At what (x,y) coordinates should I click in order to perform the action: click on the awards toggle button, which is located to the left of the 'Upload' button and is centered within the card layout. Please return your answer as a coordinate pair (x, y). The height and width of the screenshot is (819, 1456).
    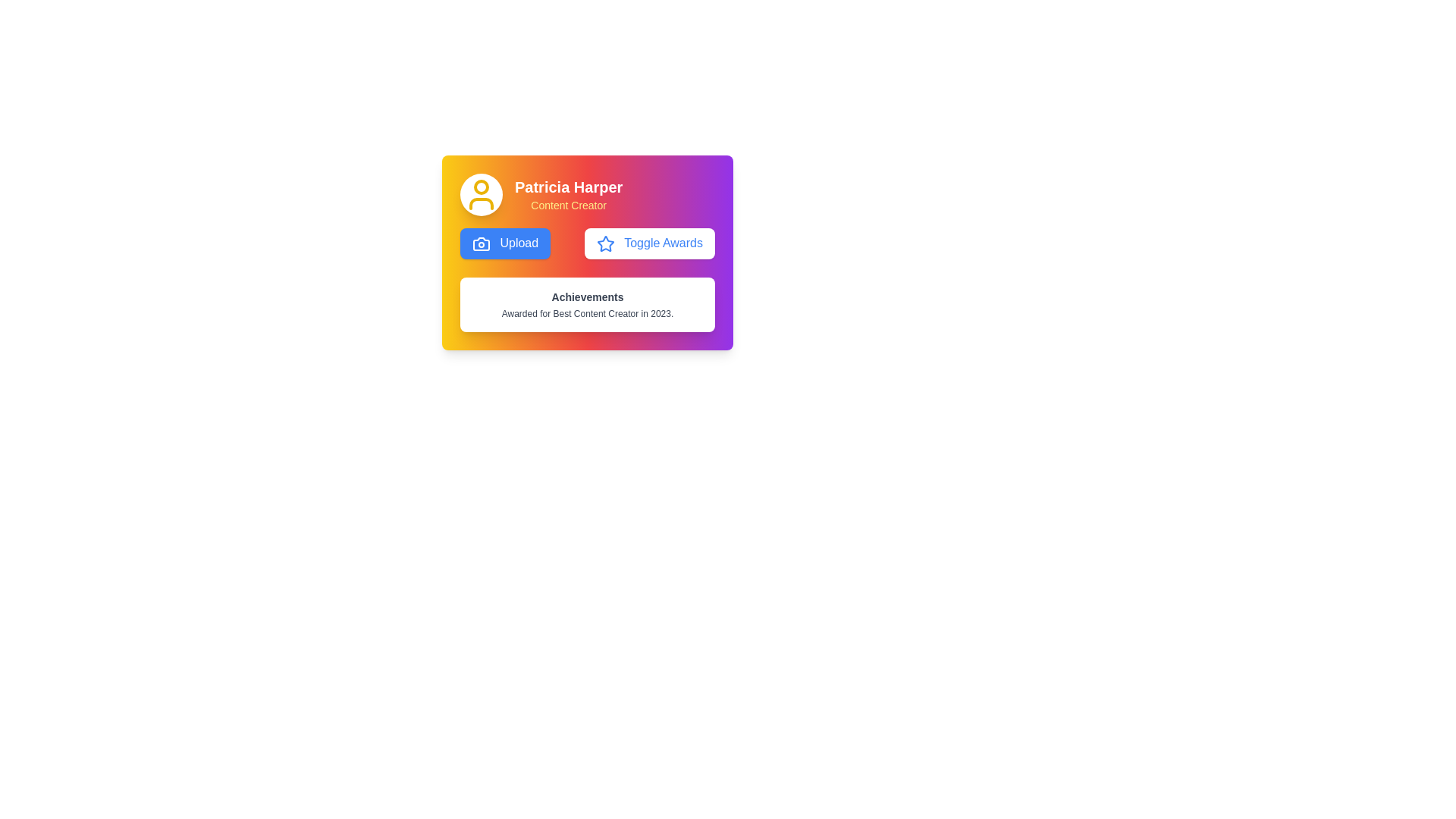
    Looking at the image, I should click on (650, 243).